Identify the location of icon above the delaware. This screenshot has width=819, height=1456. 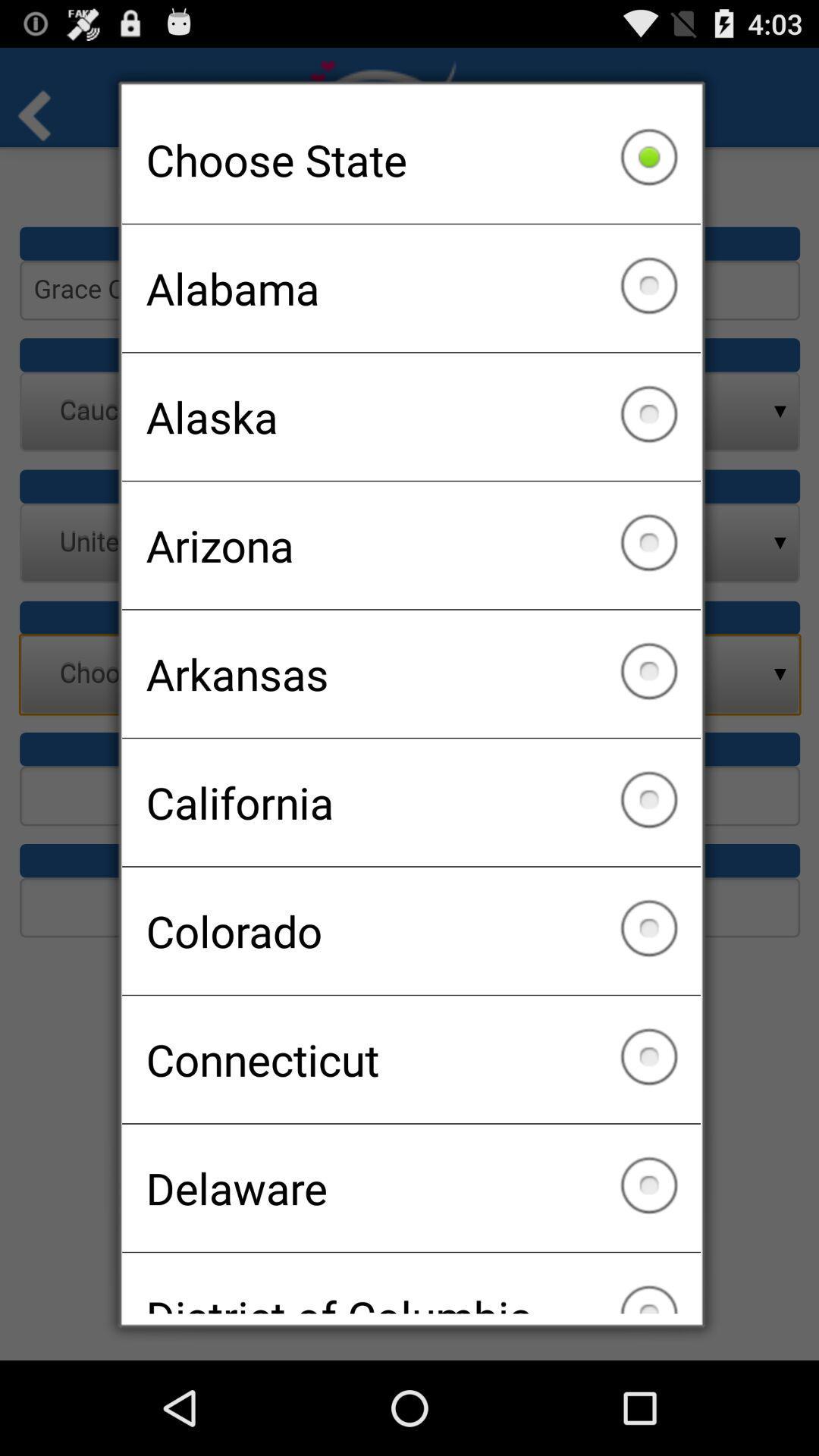
(411, 1059).